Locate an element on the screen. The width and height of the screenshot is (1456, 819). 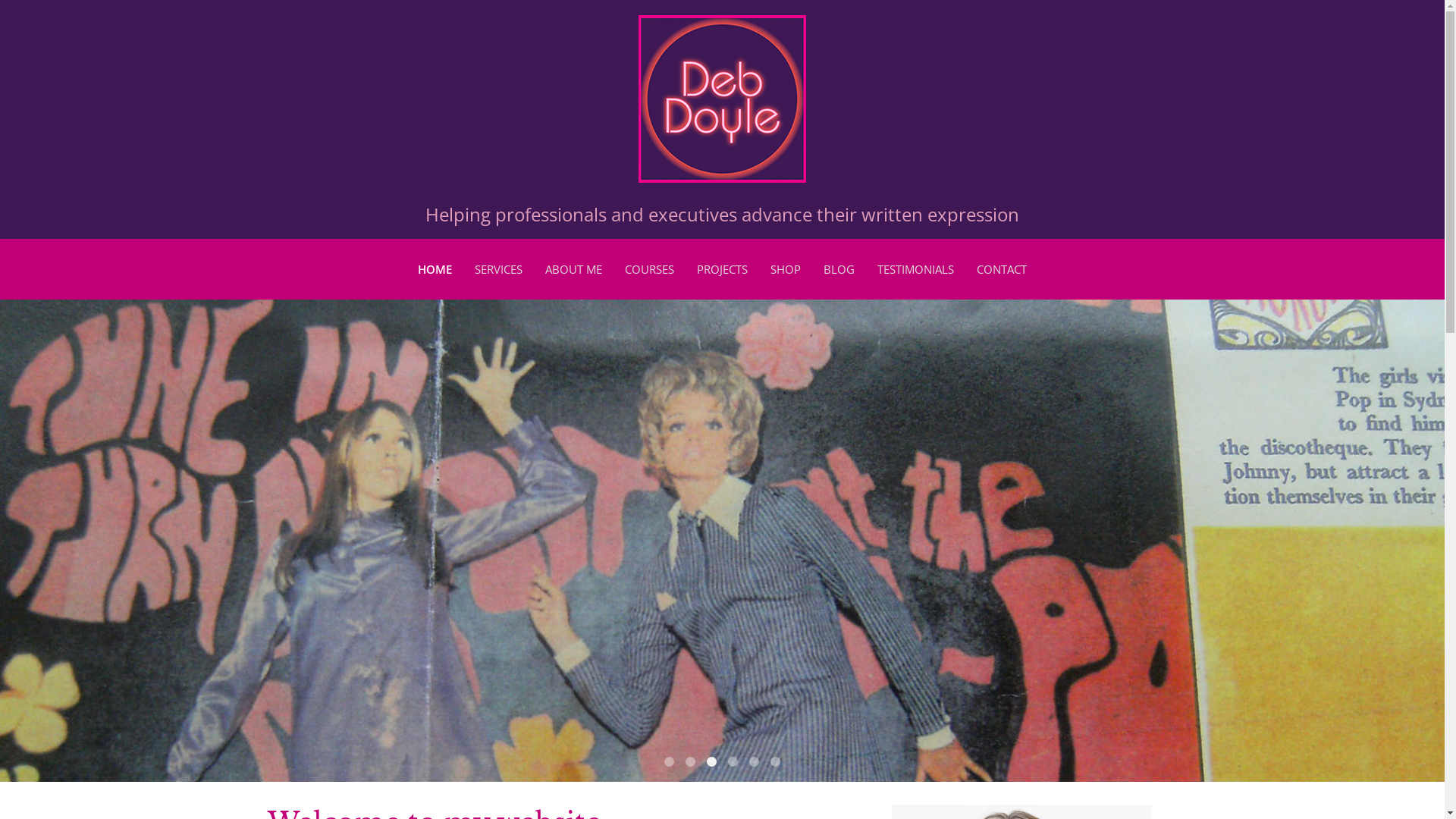
'2a' is located at coordinates (689, 761).